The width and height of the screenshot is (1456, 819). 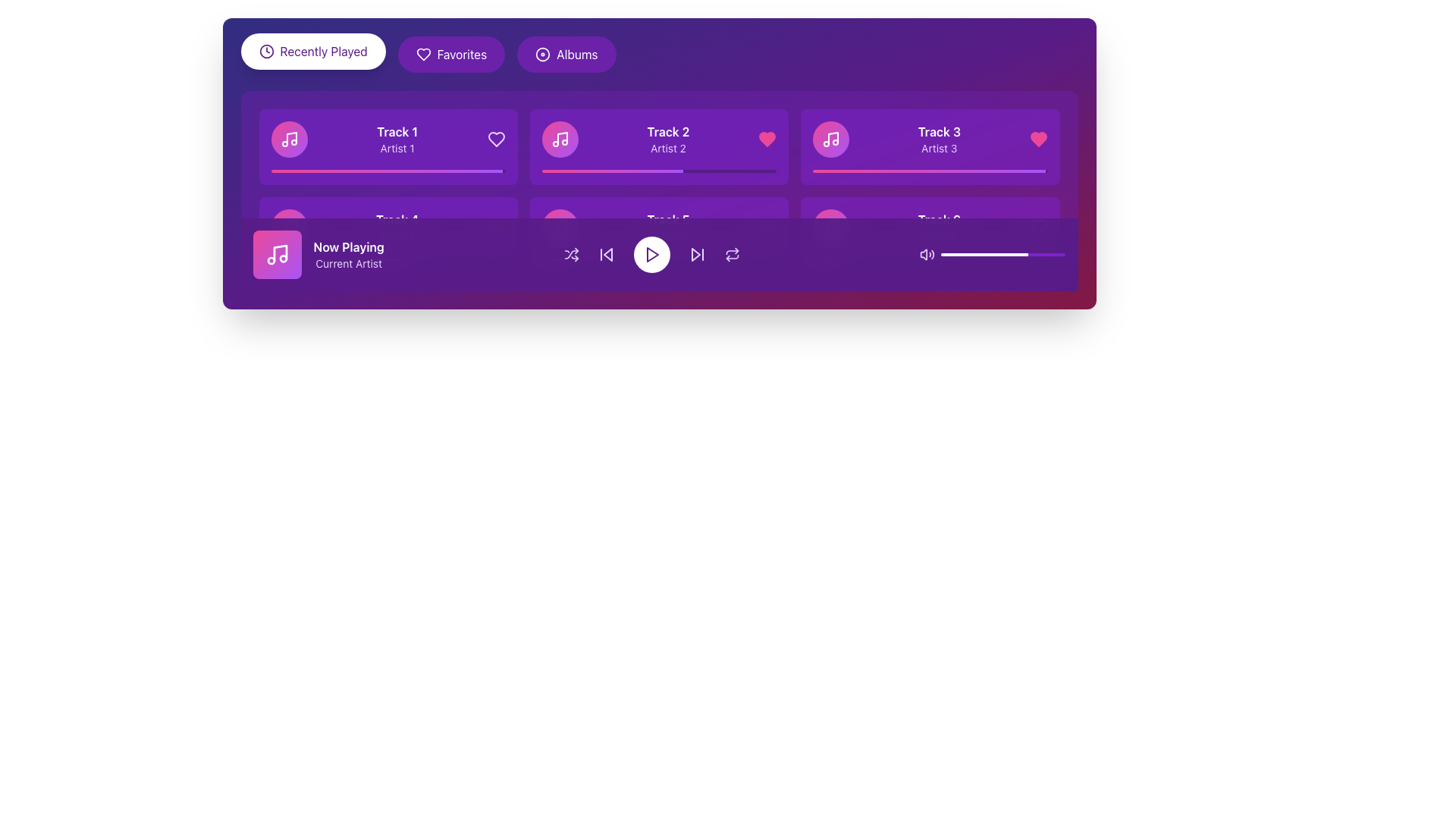 What do you see at coordinates (496, 140) in the screenshot?
I see `the 'like' icon button for 'Track 1: Artist 1'` at bounding box center [496, 140].